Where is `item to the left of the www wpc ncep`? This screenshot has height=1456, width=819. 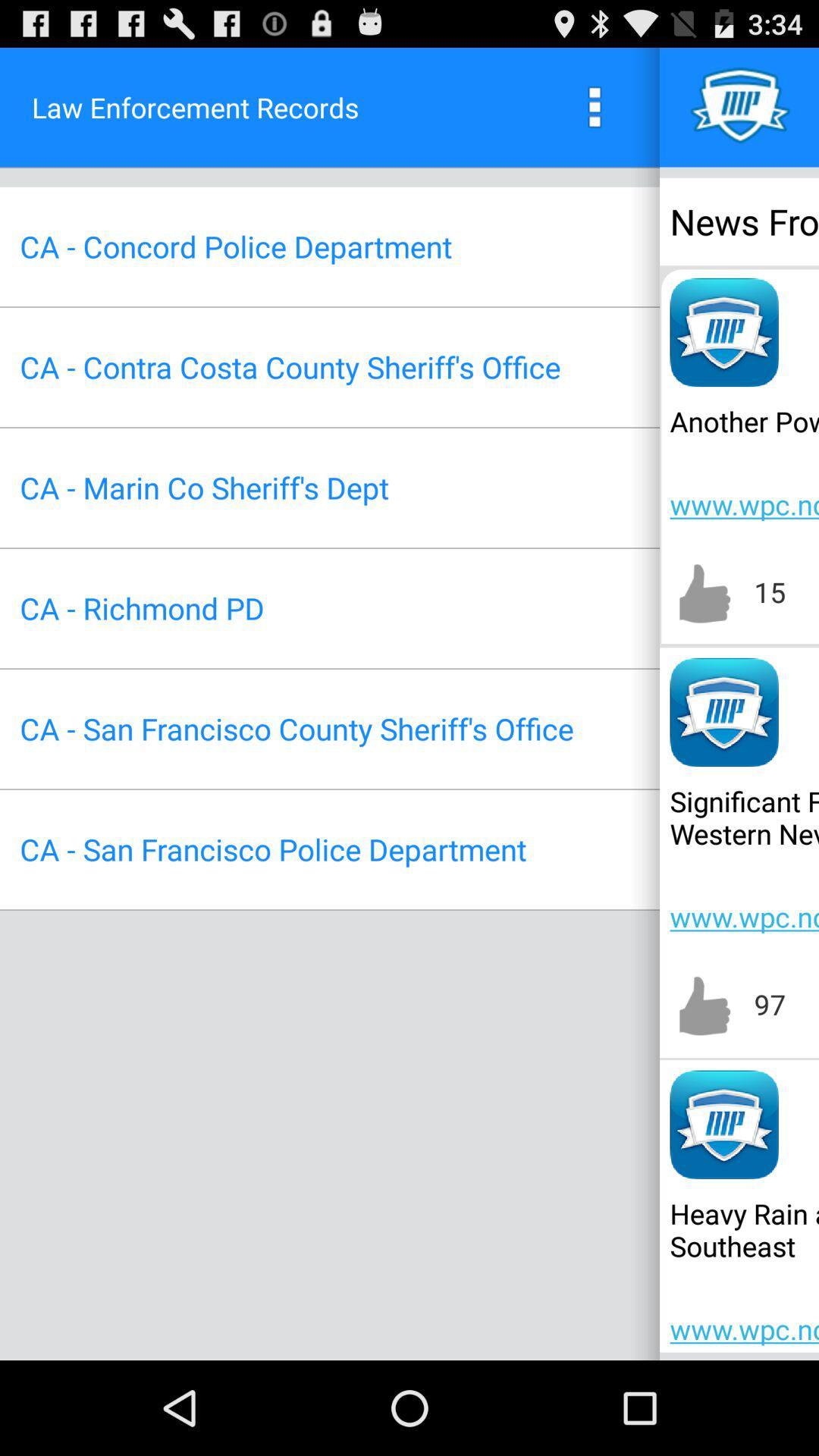
item to the left of the www wpc ncep is located at coordinates (203, 488).